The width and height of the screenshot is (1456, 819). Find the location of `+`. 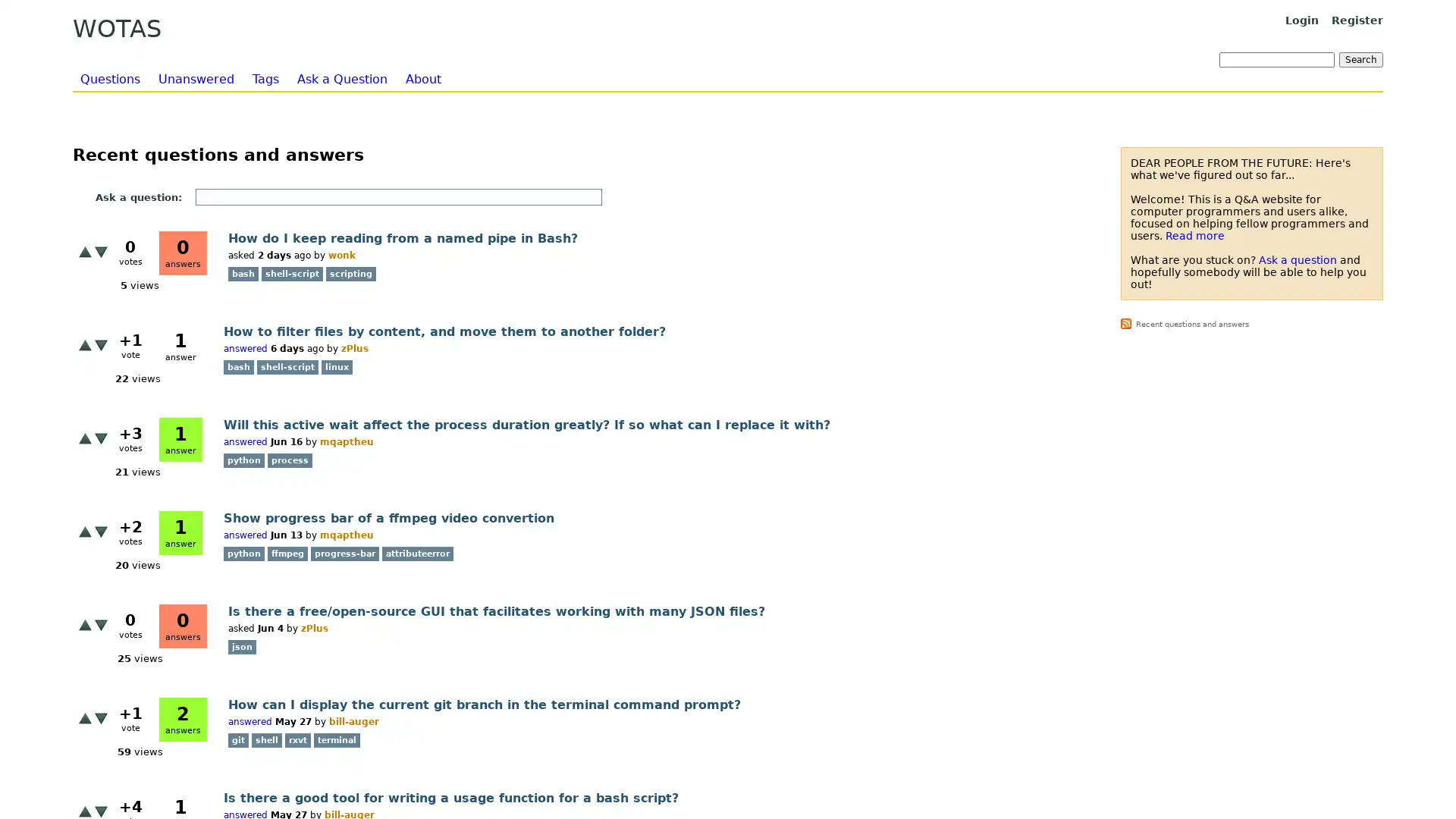

+ is located at coordinates (84, 251).